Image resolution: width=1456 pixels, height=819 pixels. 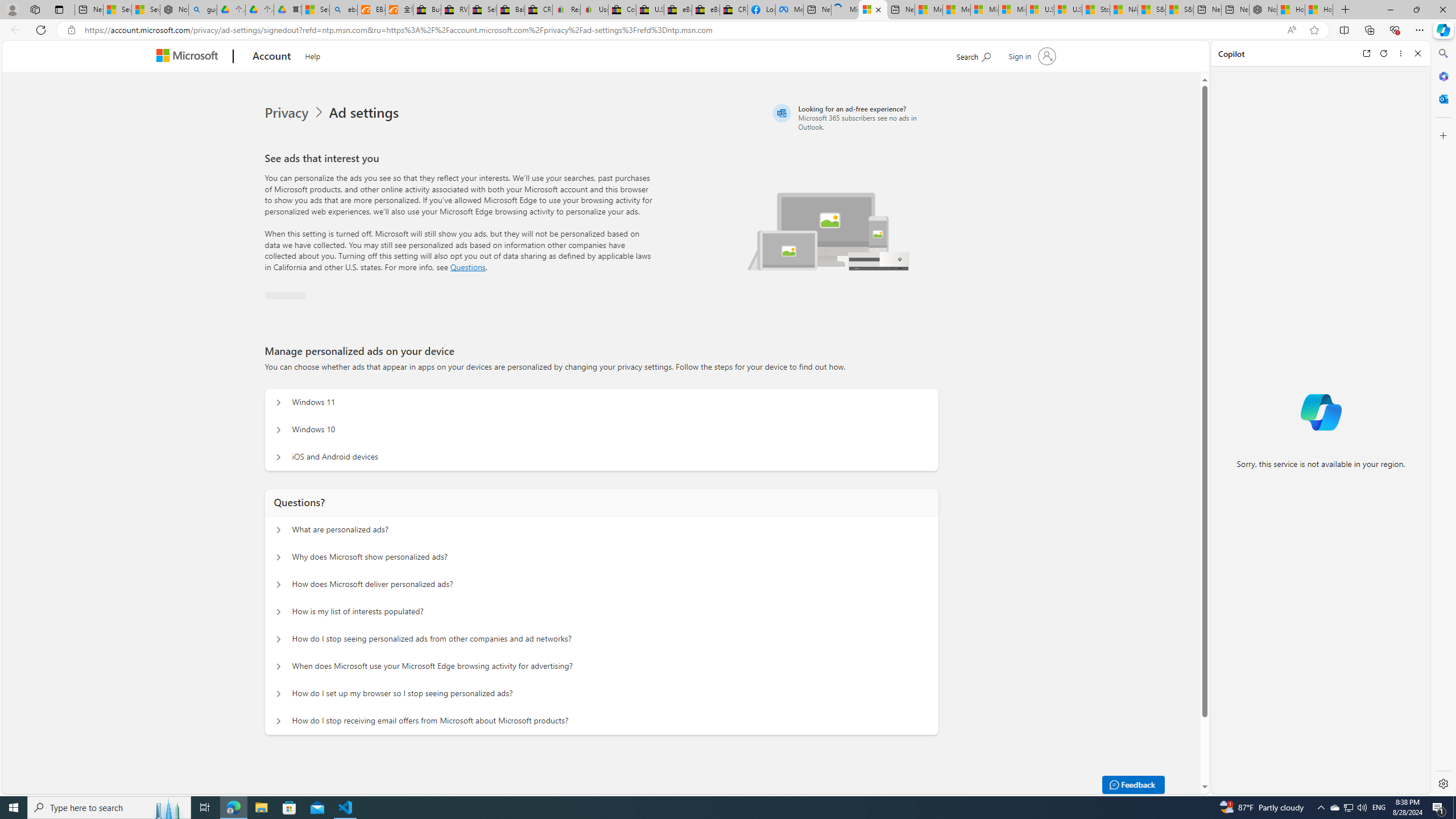 What do you see at coordinates (1442, 135) in the screenshot?
I see `'Customize'` at bounding box center [1442, 135].